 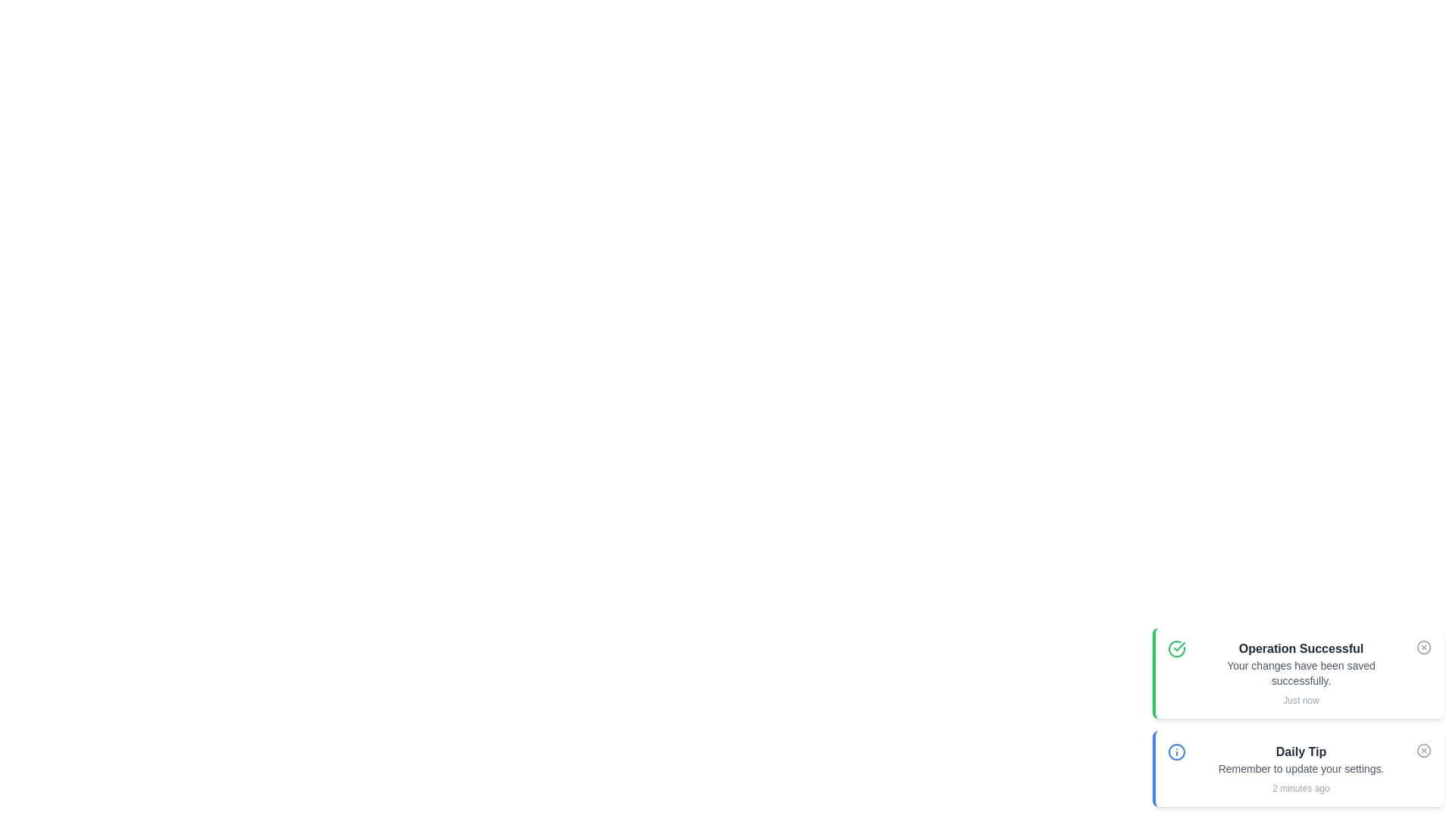 I want to click on the circular outline of the cross mark button in the 'Daily Tip' notification box, so click(x=1423, y=751).